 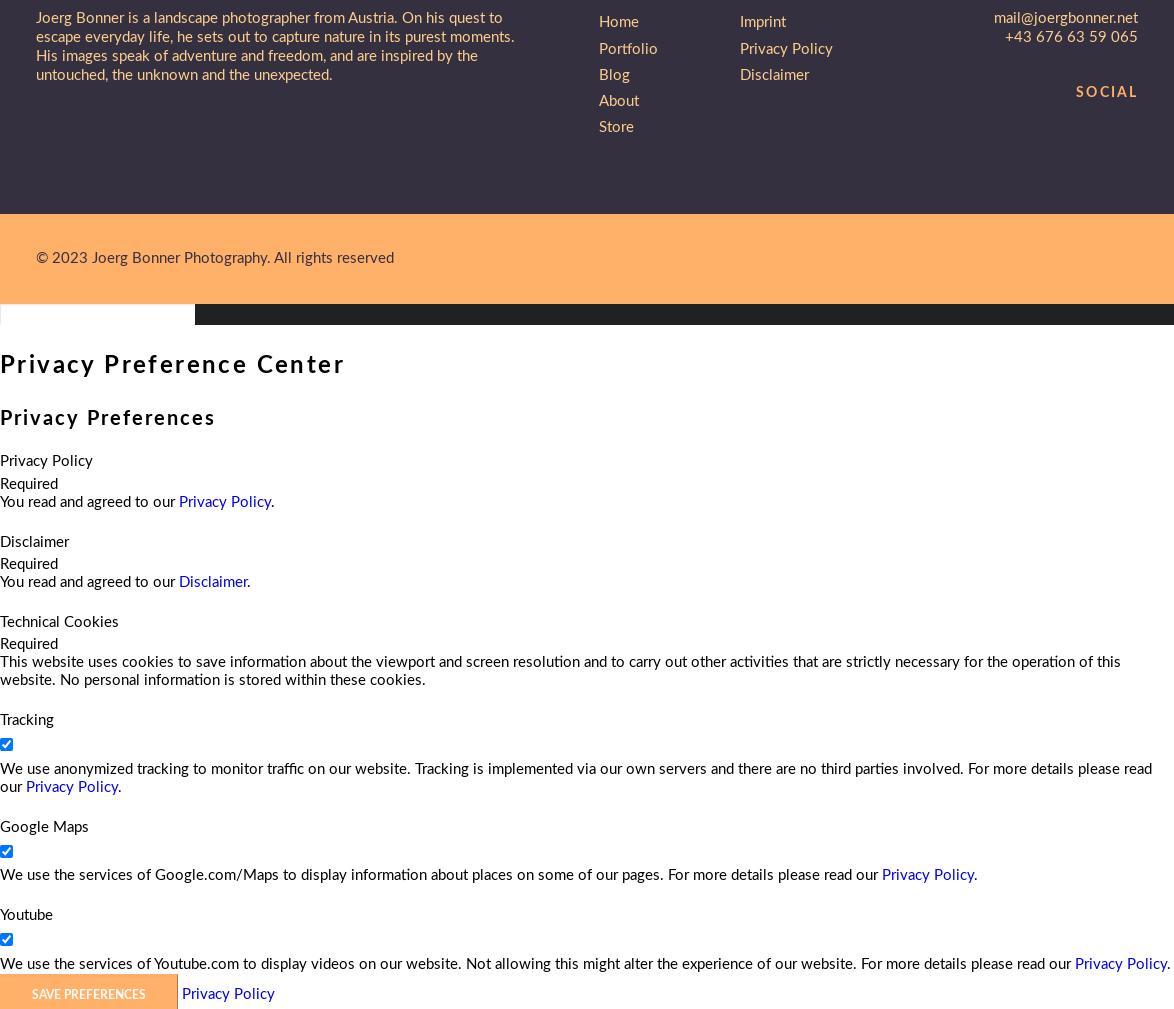 What do you see at coordinates (0, 963) in the screenshot?
I see `'We use the services of Youtube.com to display videos on our website. Not allowing this might alter the experience of our website. For more details please read our'` at bounding box center [0, 963].